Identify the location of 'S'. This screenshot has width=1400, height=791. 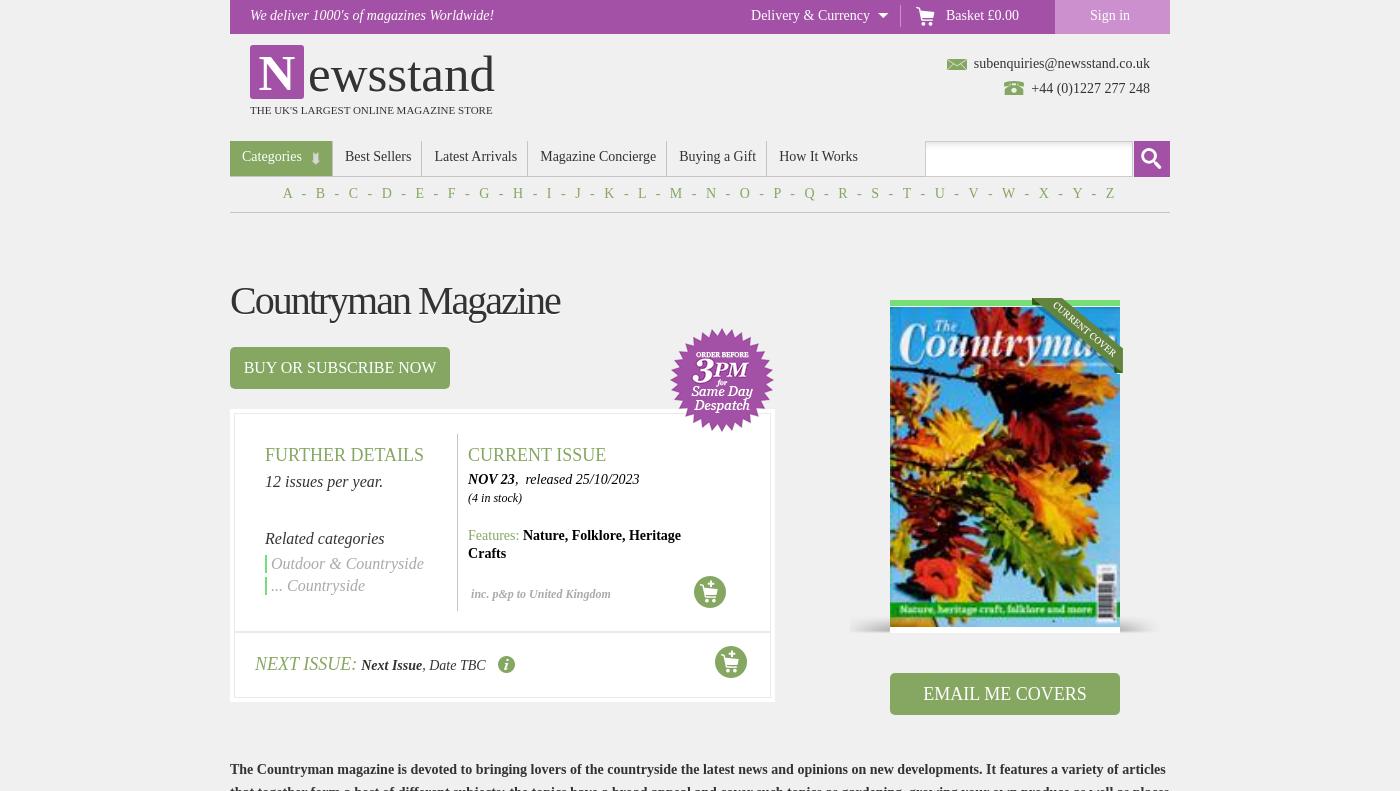
(875, 193).